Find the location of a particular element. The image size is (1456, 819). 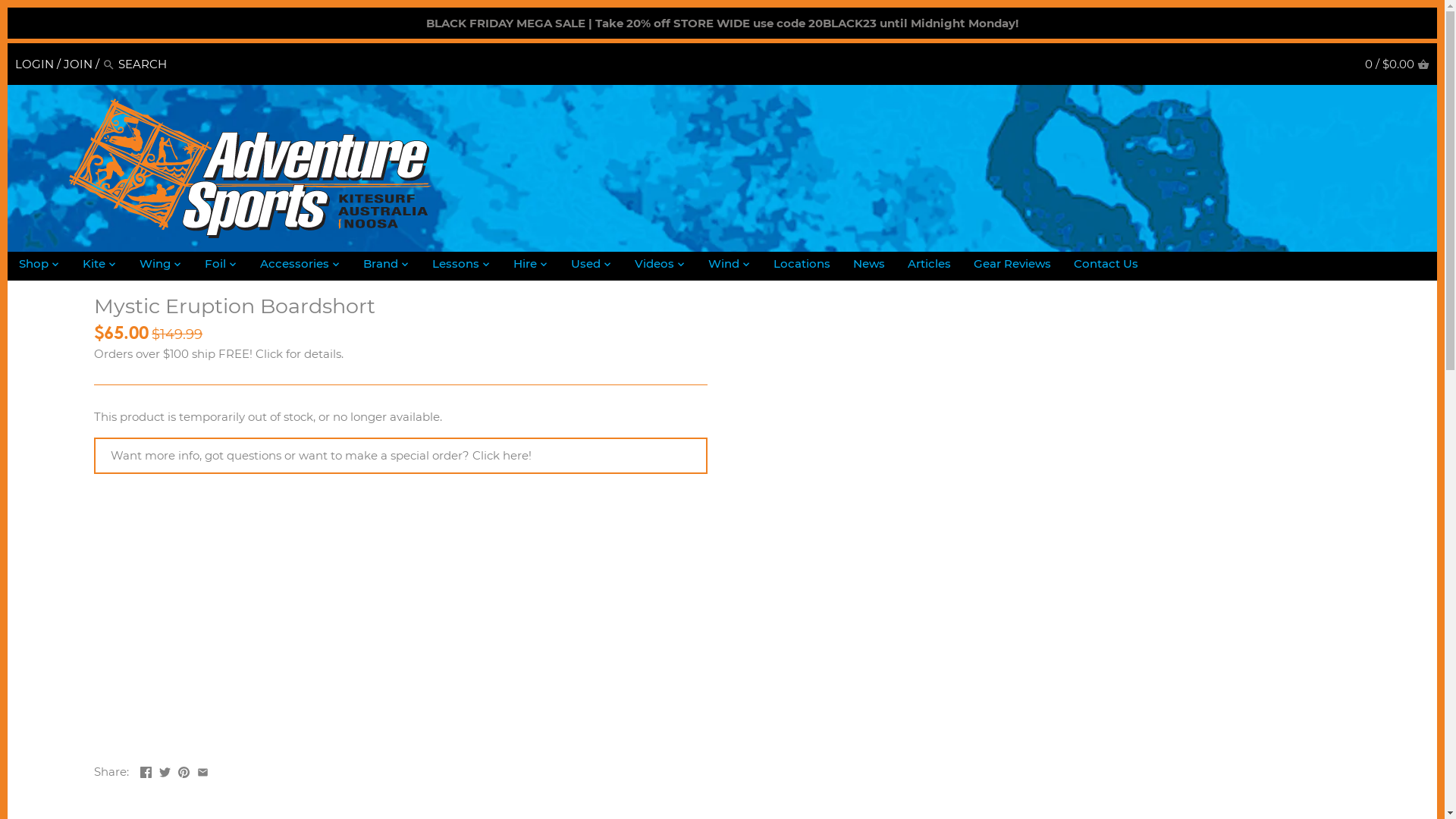

'Search' is located at coordinates (108, 63).